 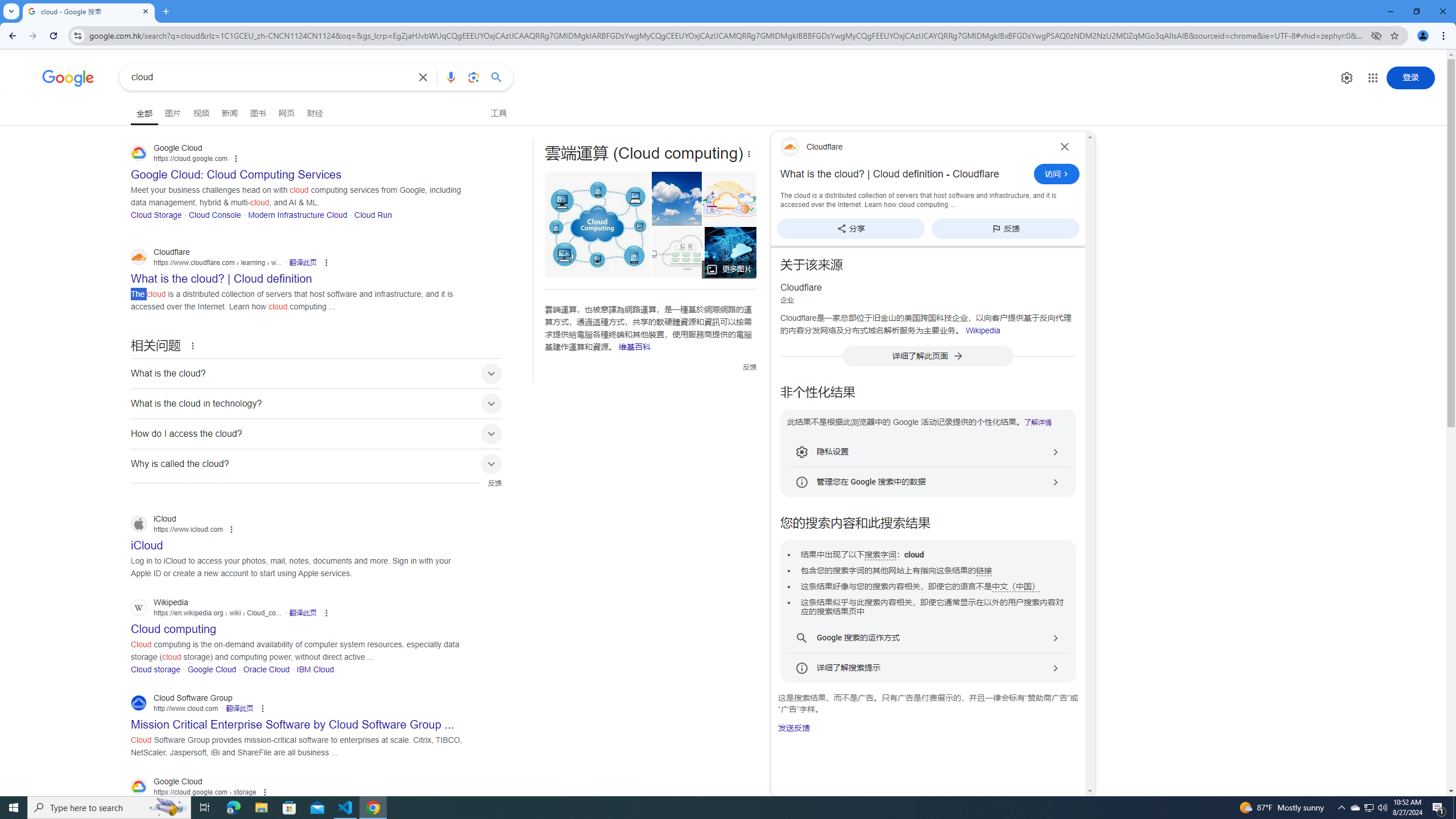 I want to click on 'Cloud Console', so click(x=214, y=214).